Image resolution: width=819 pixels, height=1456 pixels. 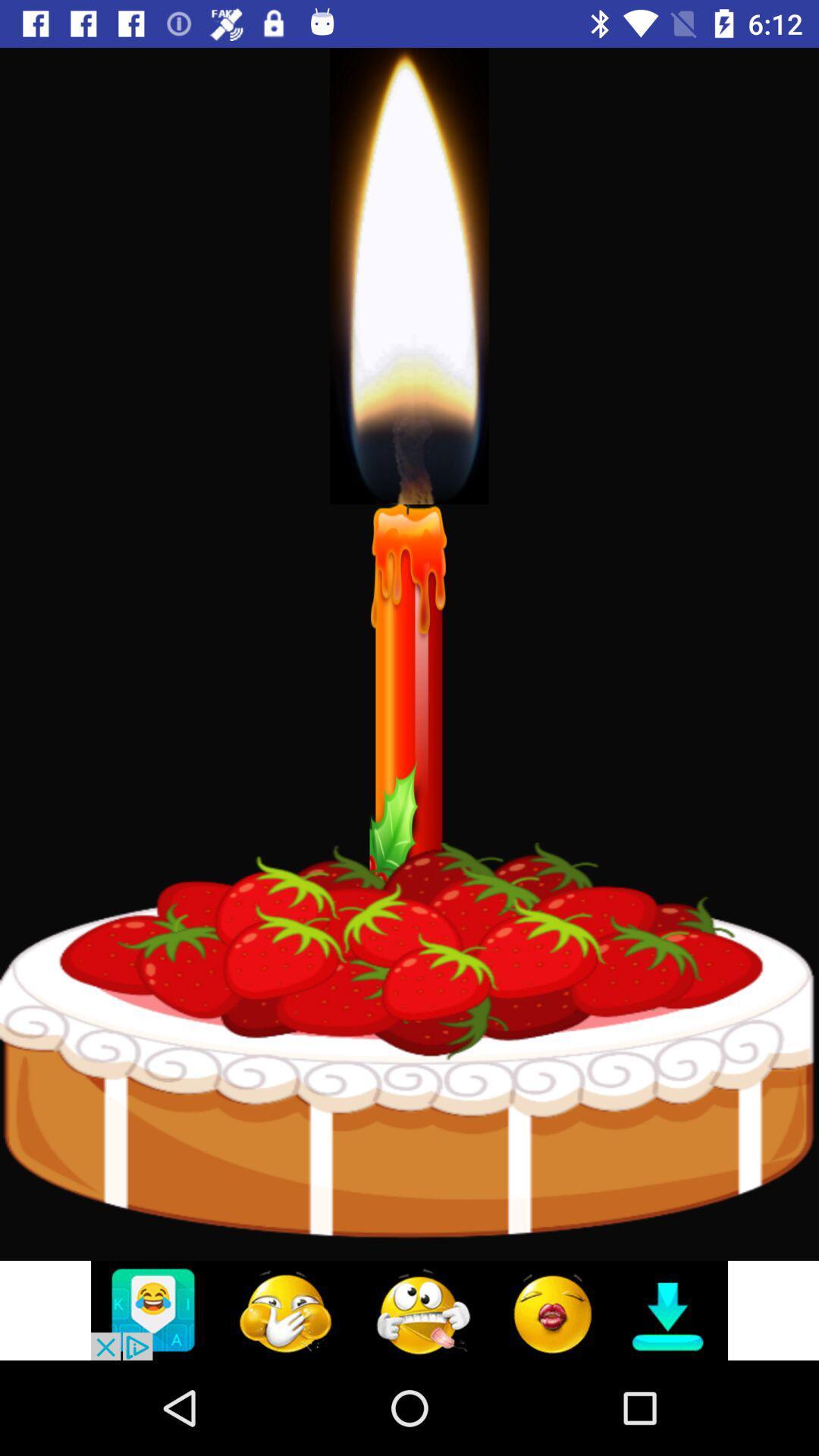 What do you see at coordinates (409, 1310) in the screenshot?
I see `click on advertisement` at bounding box center [409, 1310].